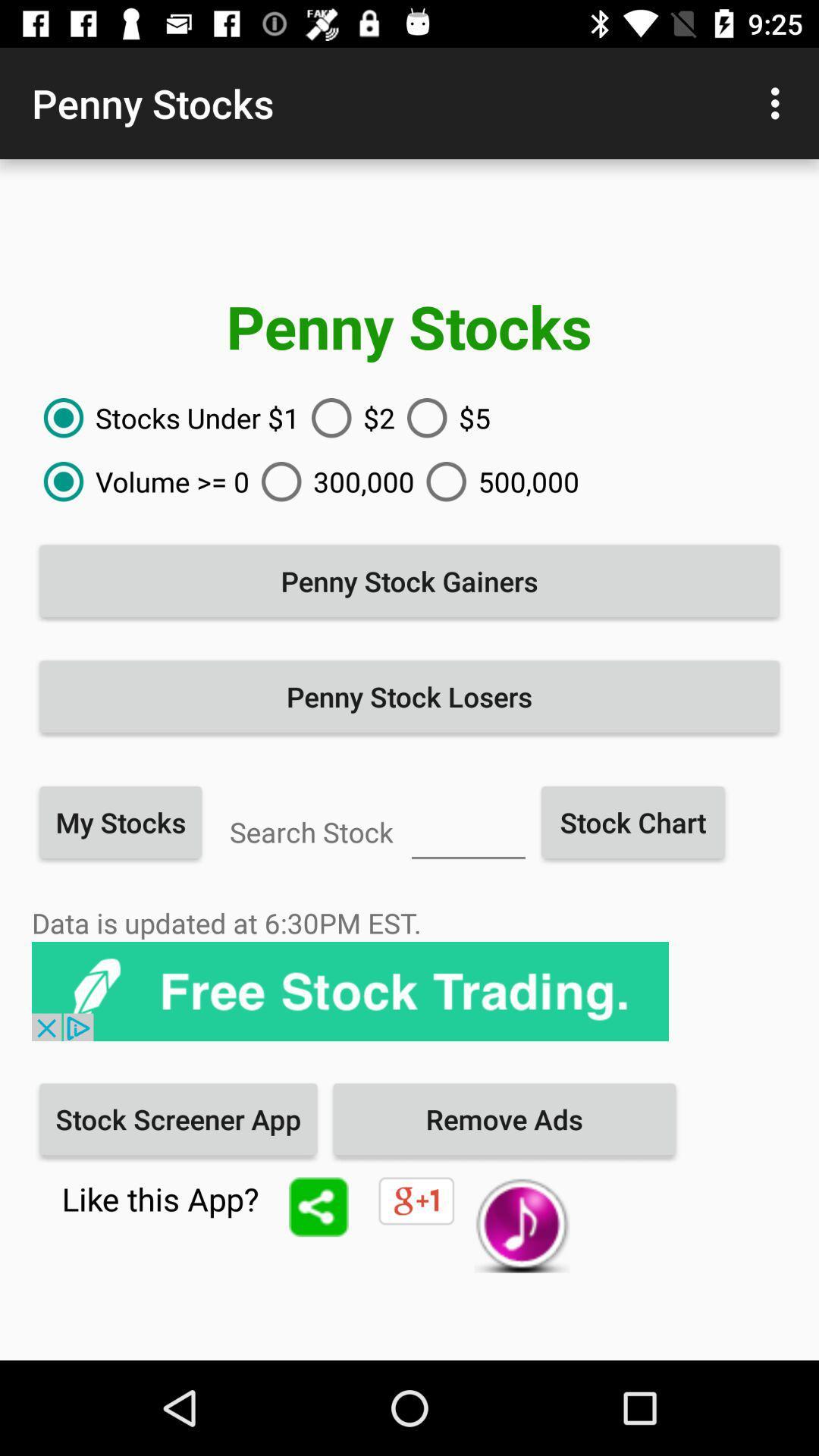 This screenshot has height=1456, width=819. What do you see at coordinates (521, 1225) in the screenshot?
I see `the music icon` at bounding box center [521, 1225].